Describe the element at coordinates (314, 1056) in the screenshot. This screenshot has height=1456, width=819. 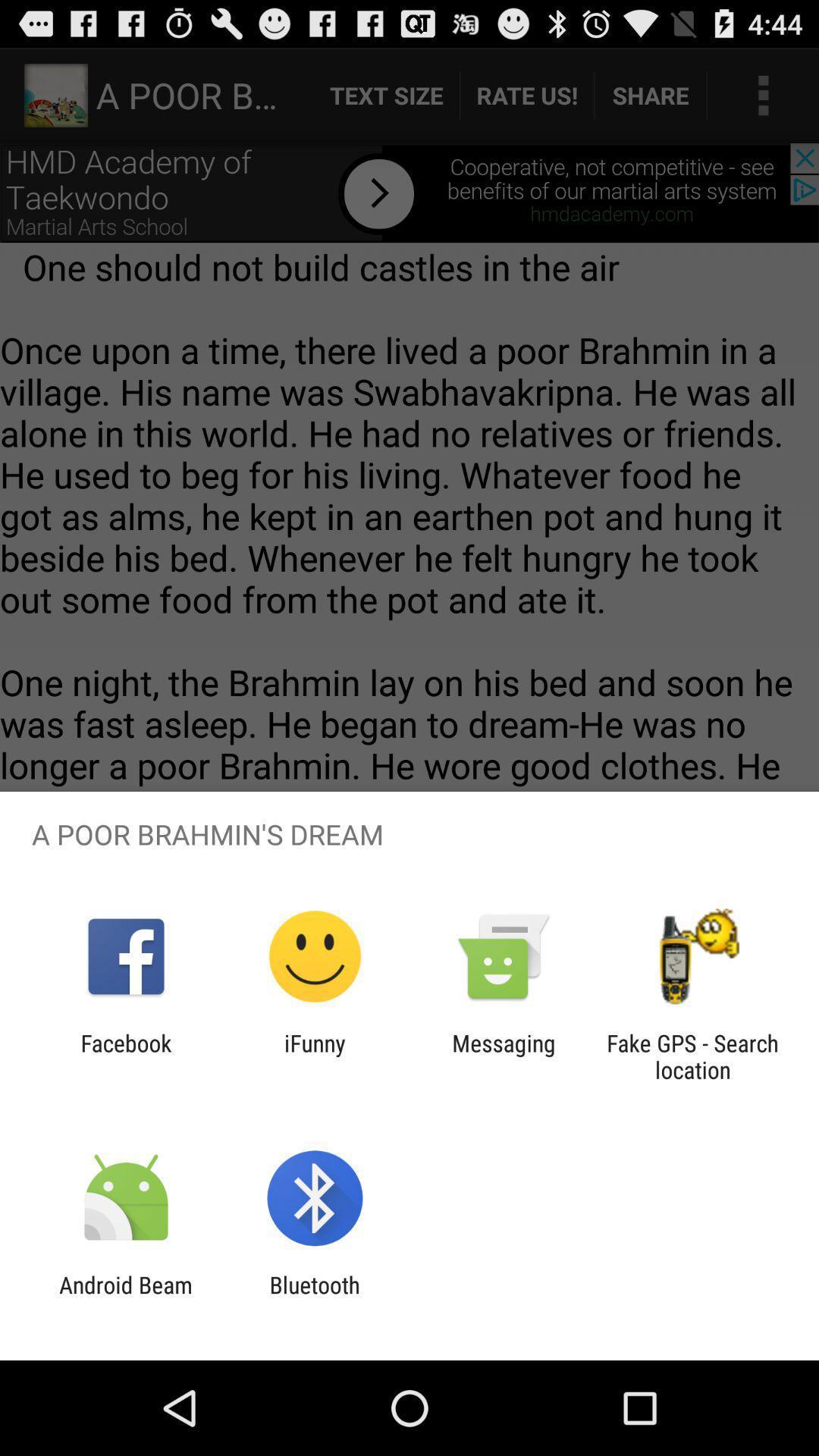
I see `the icon to the left of messaging item` at that location.